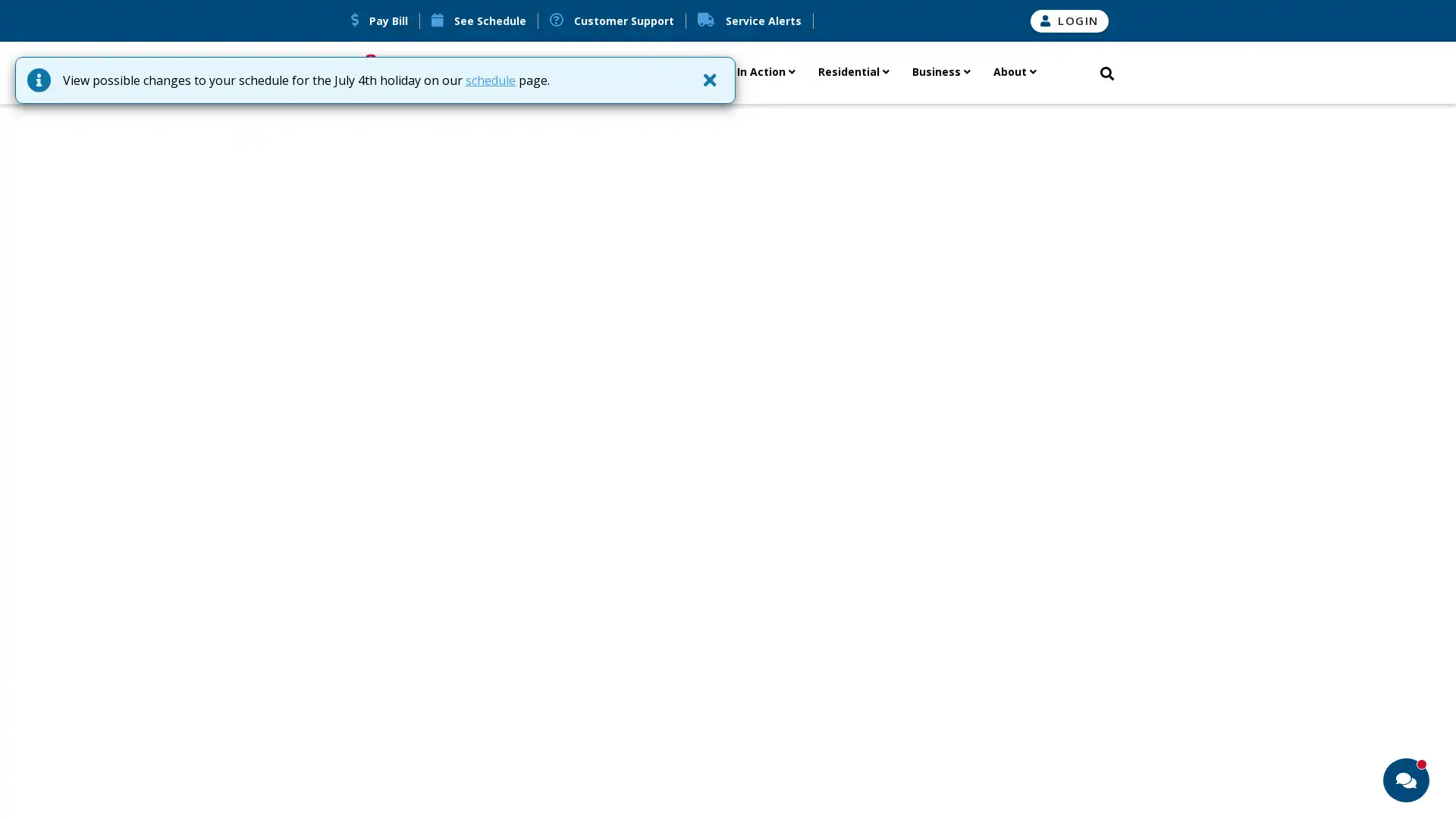 Image resolution: width=1456 pixels, height=819 pixels. What do you see at coordinates (1068, 20) in the screenshot?
I see `LOGIN` at bounding box center [1068, 20].